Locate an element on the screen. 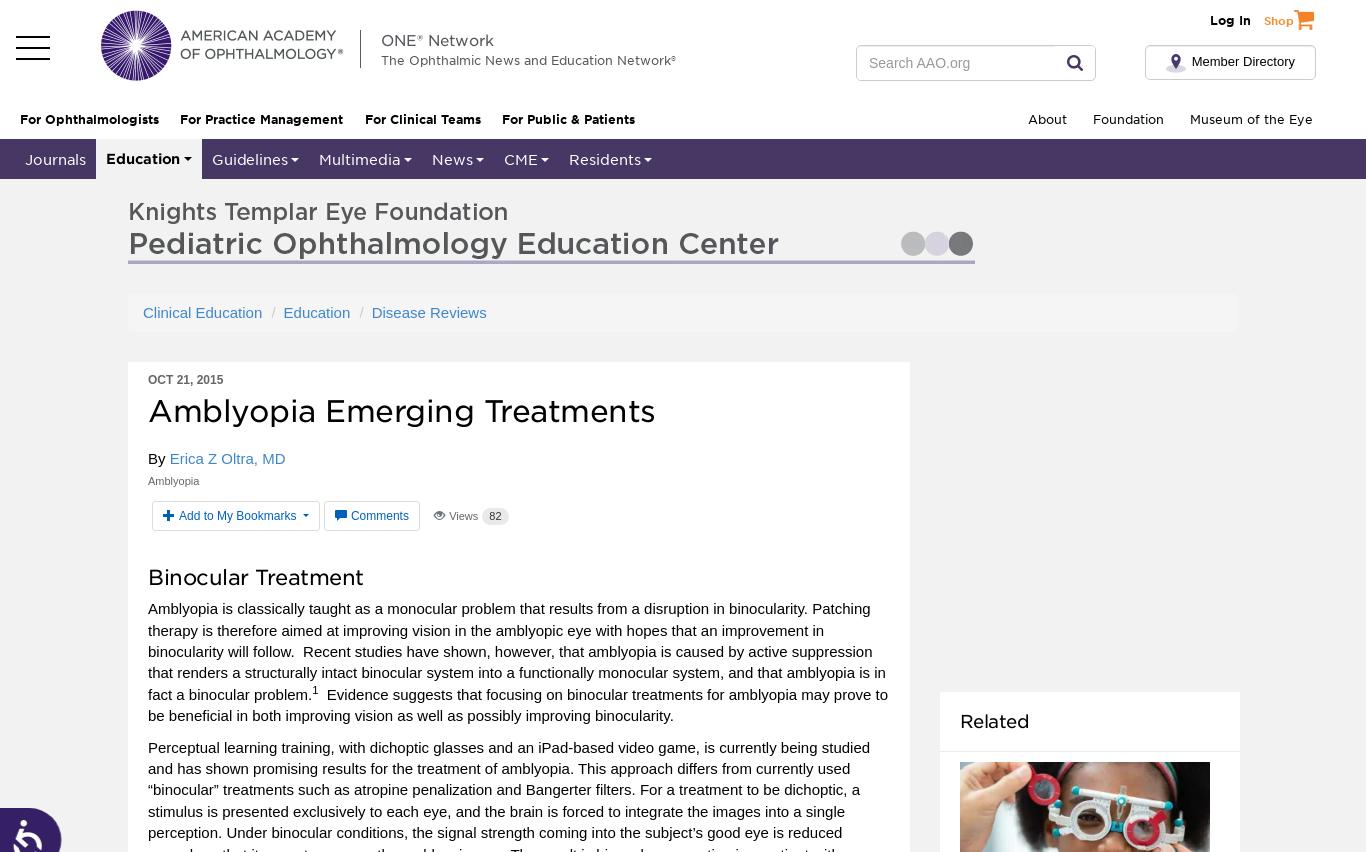 Image resolution: width=1366 pixels, height=852 pixels. 'Log In' is located at coordinates (1210, 19).